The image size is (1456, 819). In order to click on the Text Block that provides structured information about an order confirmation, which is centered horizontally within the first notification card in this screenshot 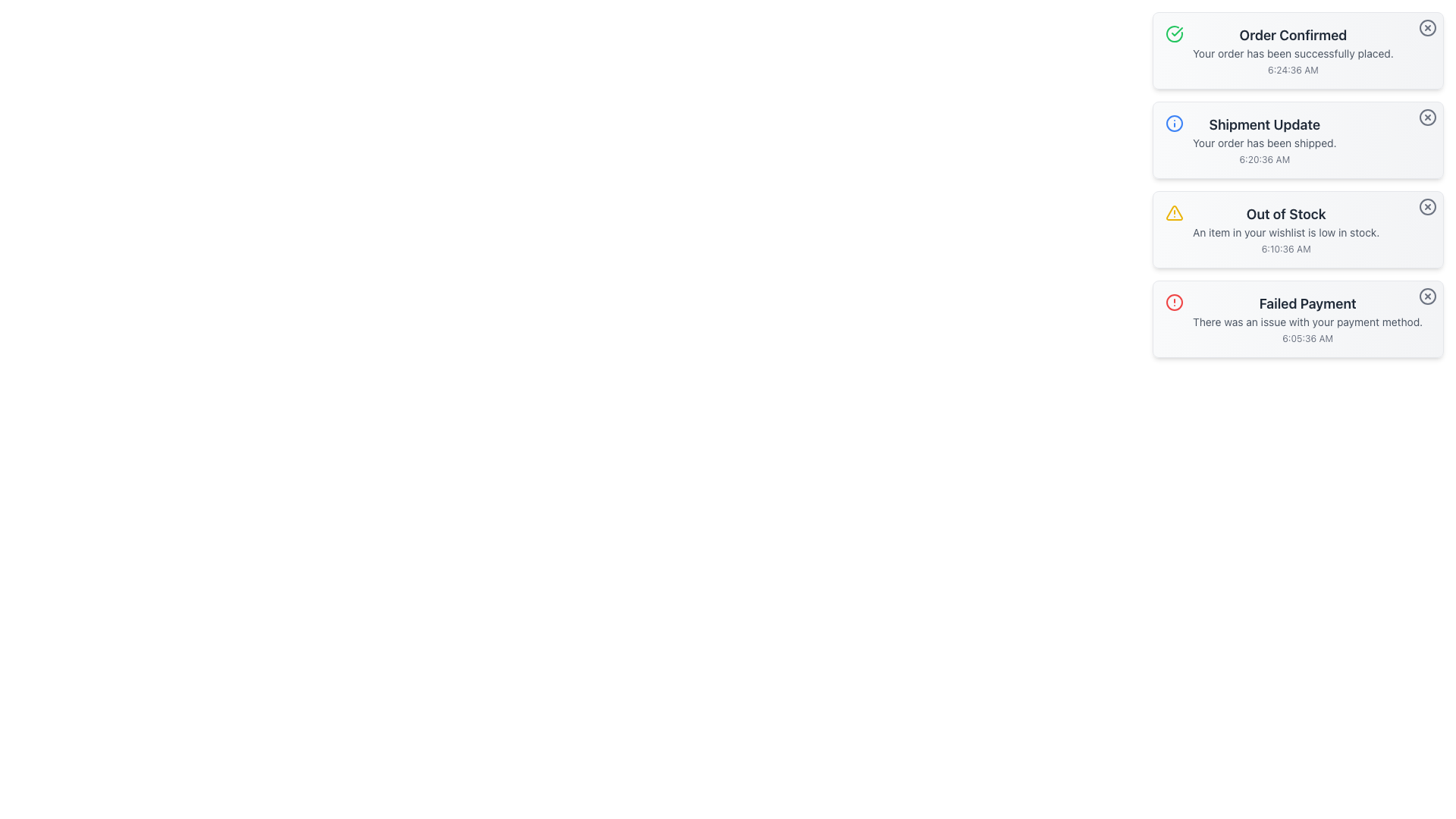, I will do `click(1292, 49)`.